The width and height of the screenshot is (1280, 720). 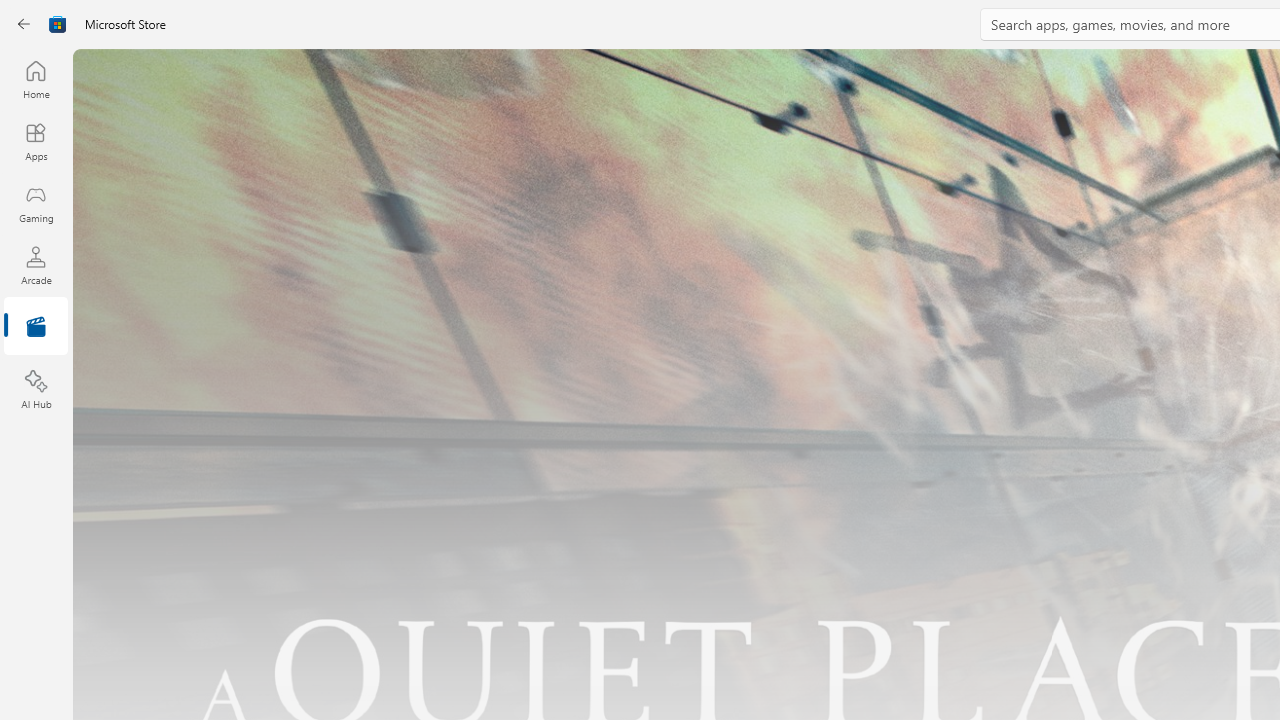 What do you see at coordinates (35, 203) in the screenshot?
I see `'Gaming'` at bounding box center [35, 203].